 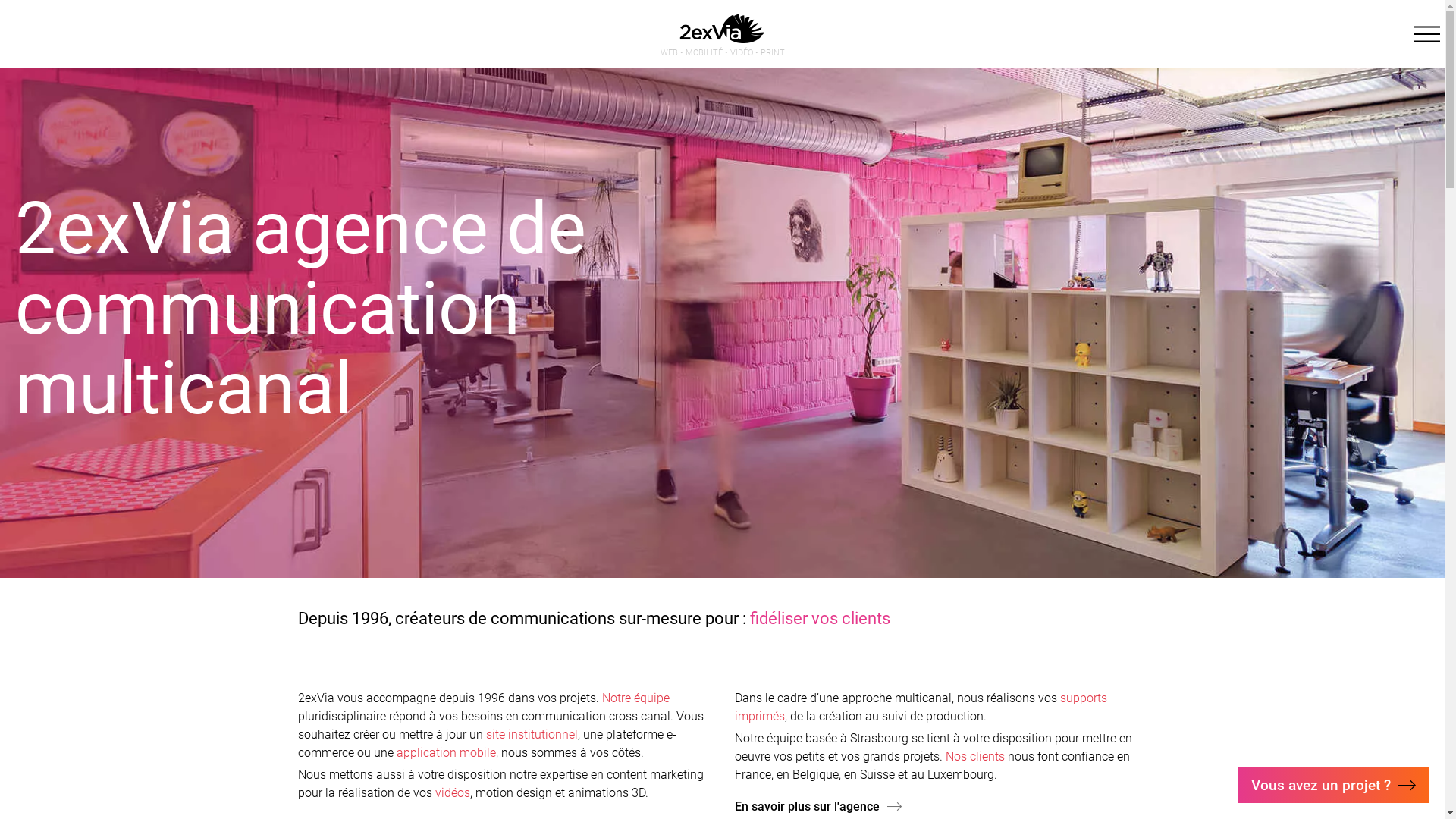 What do you see at coordinates (1332, 785) in the screenshot?
I see `'Vous avez un projet ?'` at bounding box center [1332, 785].